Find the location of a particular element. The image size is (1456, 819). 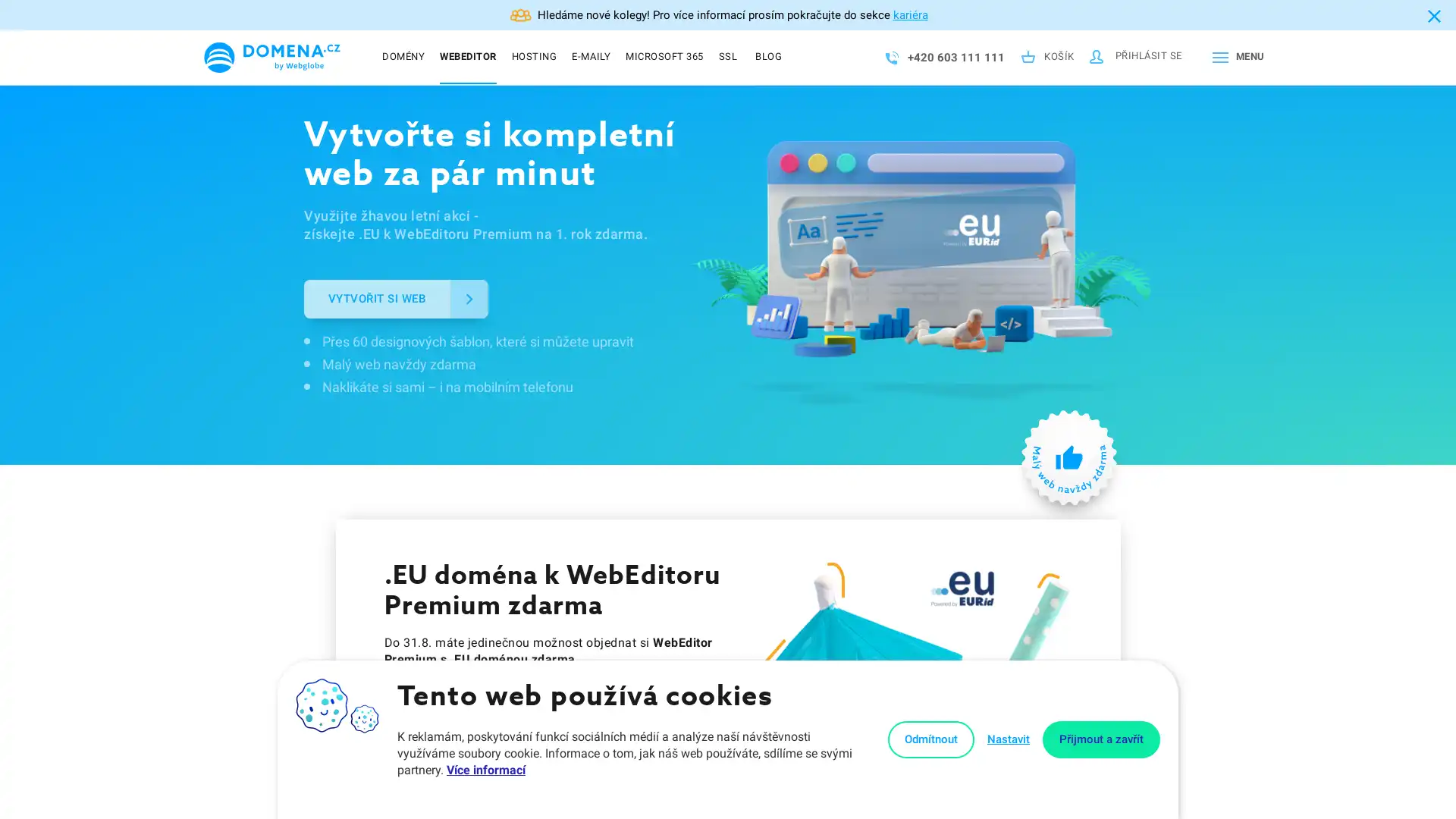

menu MENU is located at coordinates (1235, 57).